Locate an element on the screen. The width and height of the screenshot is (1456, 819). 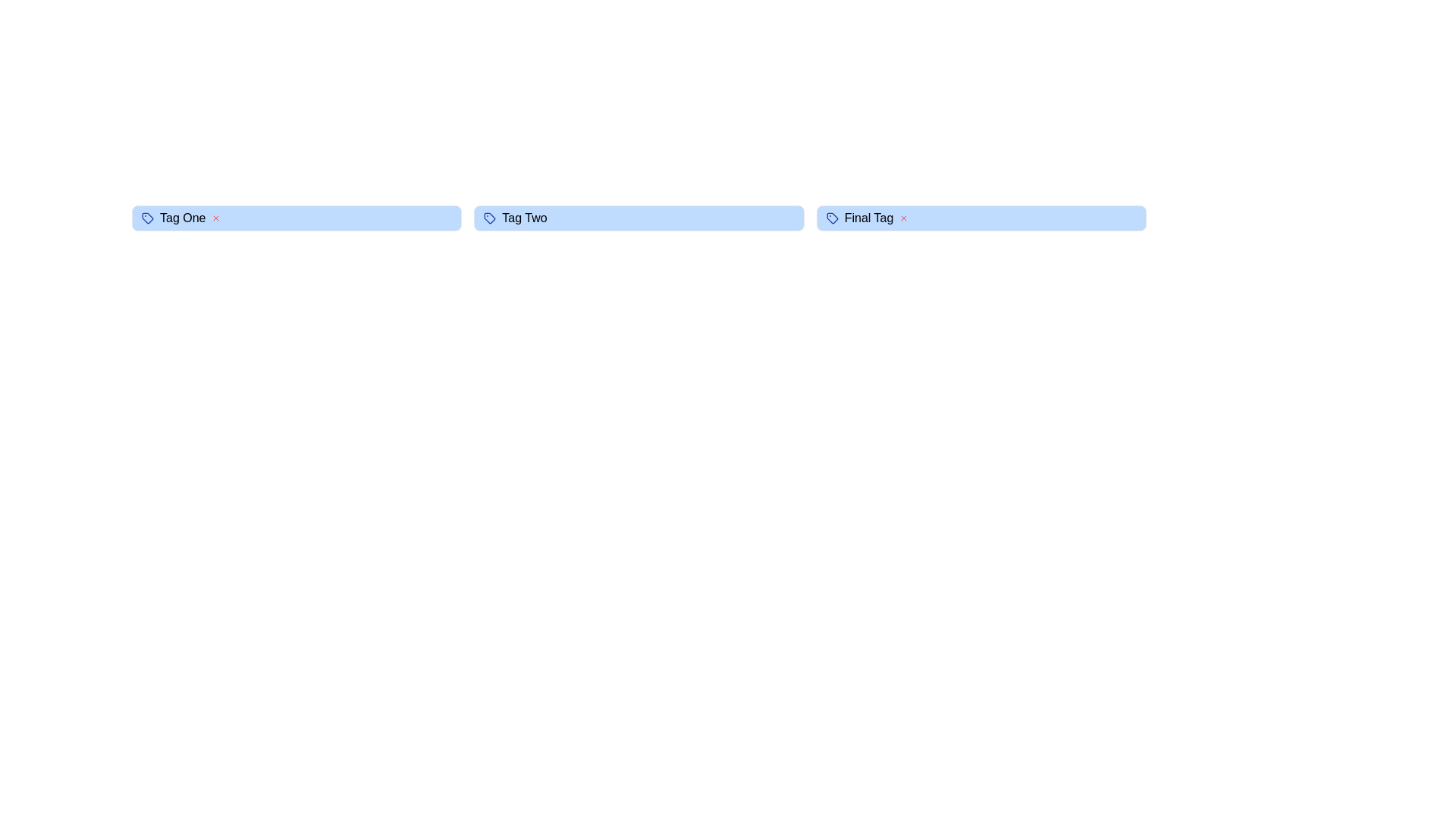
the blue tag icon located to the left of the text 'Tag Two' is located at coordinates (490, 218).